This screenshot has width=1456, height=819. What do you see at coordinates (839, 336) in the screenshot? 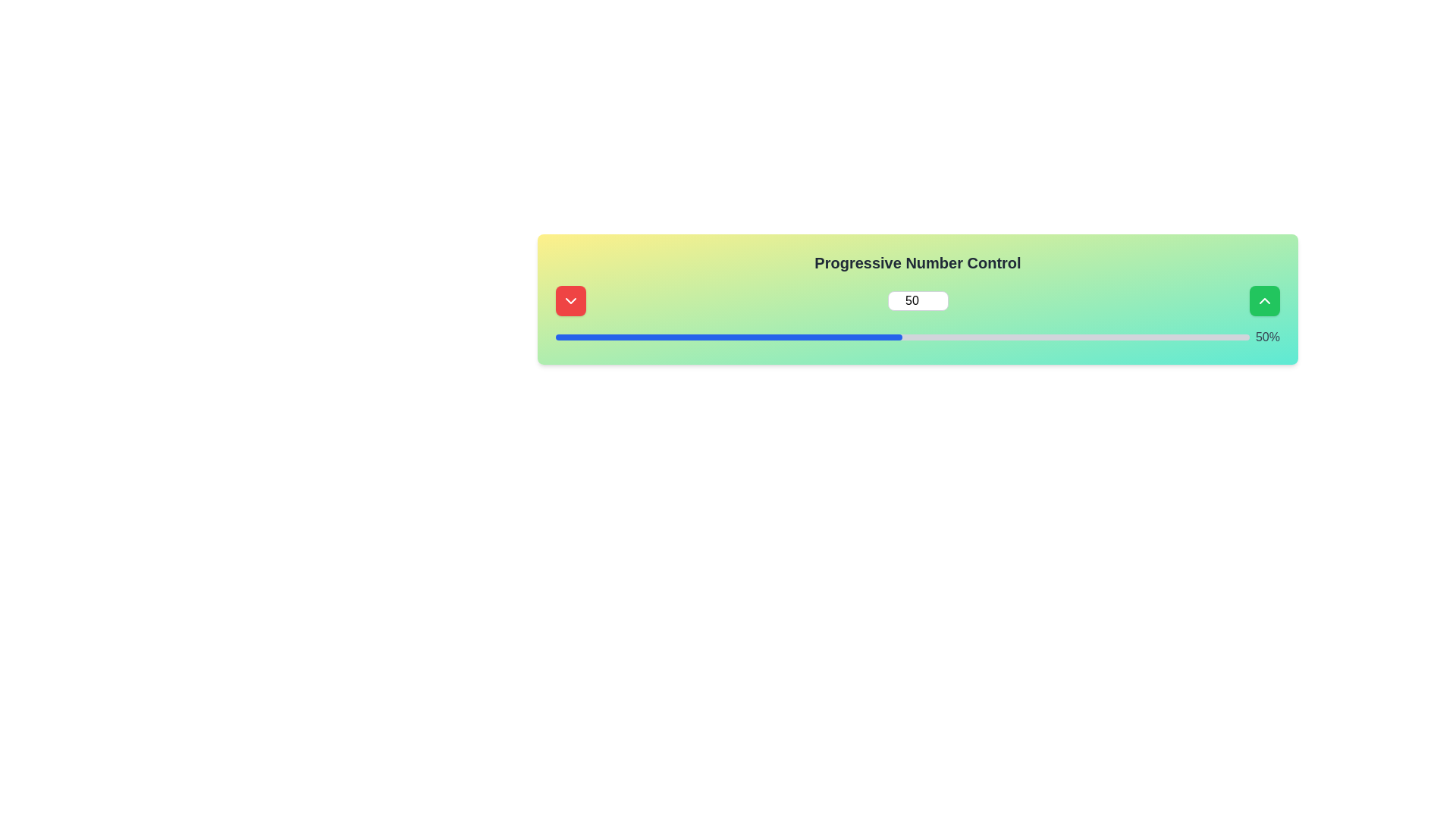
I see `the slider` at bounding box center [839, 336].